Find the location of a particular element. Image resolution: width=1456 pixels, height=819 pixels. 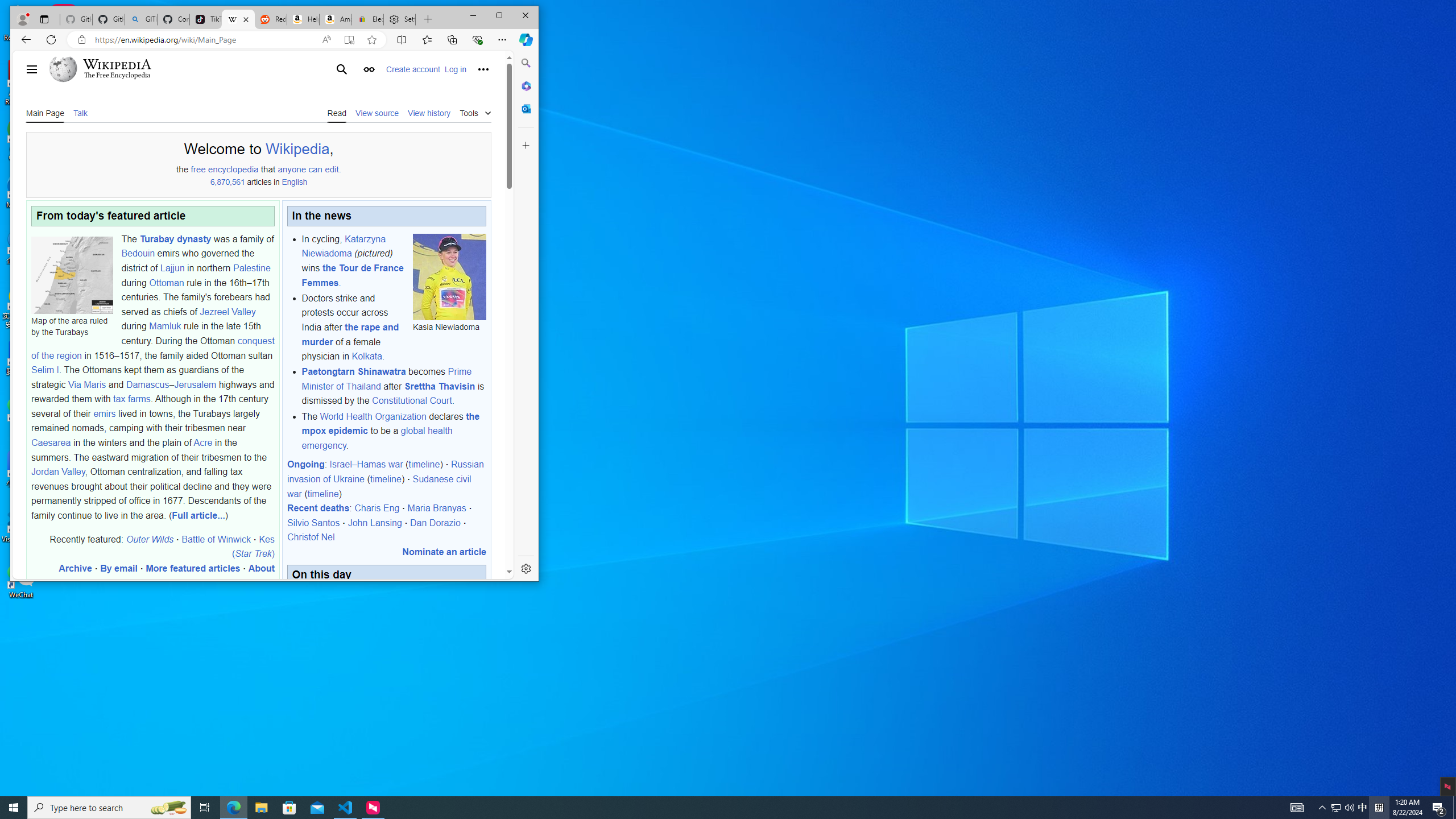

'Sudanese civil war (timeline)' is located at coordinates (378, 486).